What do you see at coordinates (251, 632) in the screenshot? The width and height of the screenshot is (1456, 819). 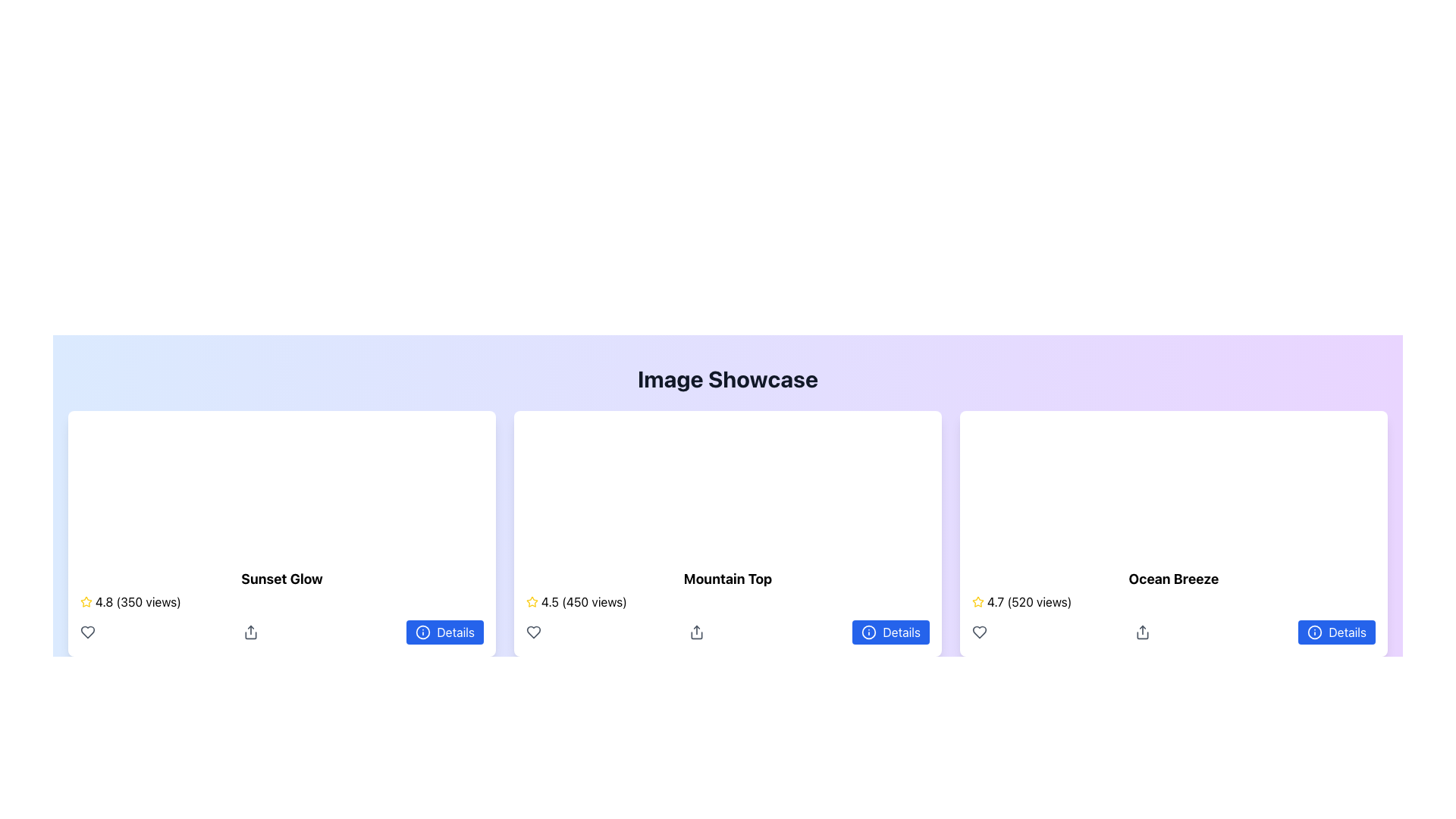 I see `the upward arrow share icon located below the 'Sunset Glow' text in the leftmost card of the 'Image Showcase' section` at bounding box center [251, 632].